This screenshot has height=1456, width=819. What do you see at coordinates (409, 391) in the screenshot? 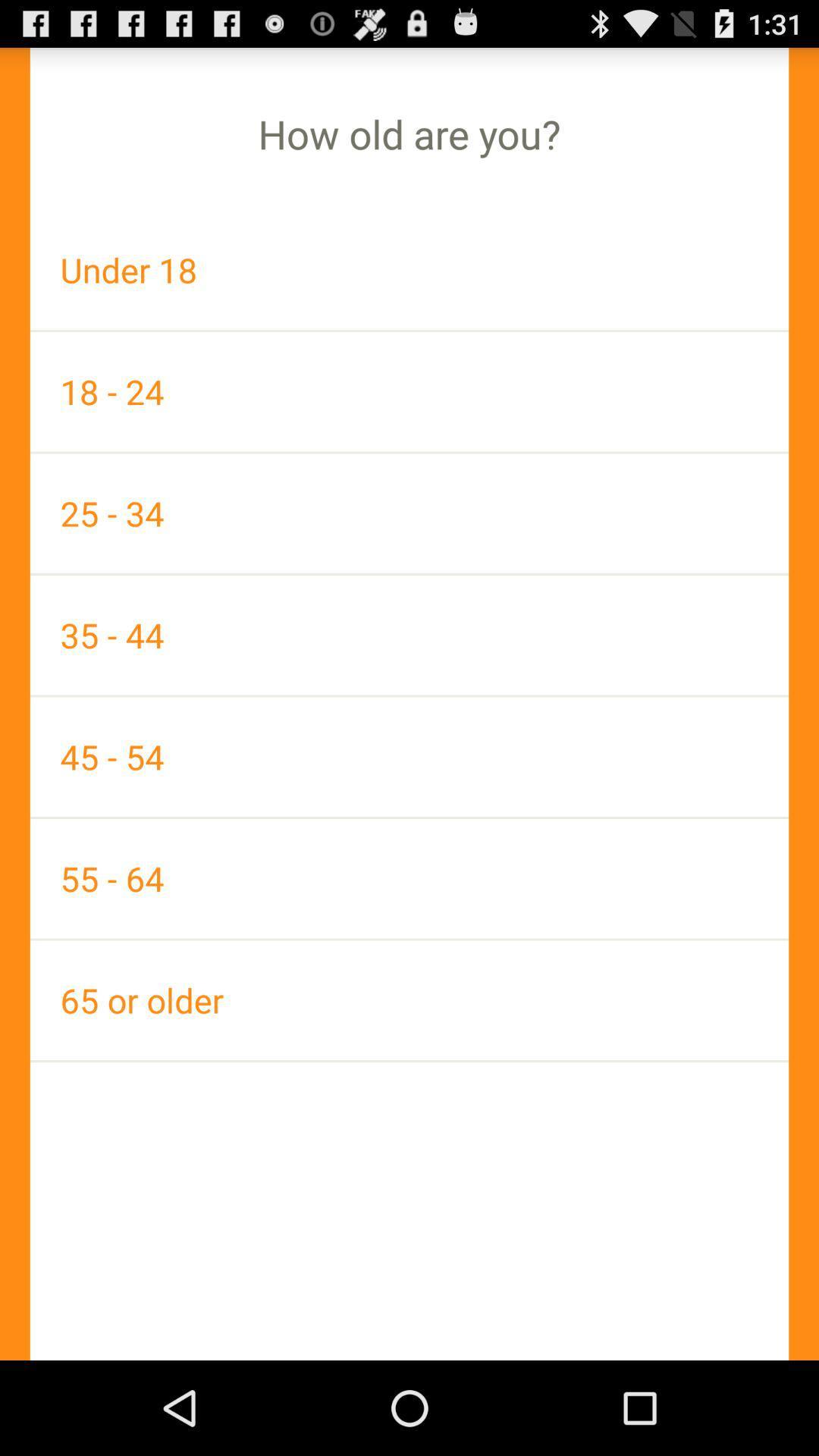
I see `the icon above the 25 - 34 item` at bounding box center [409, 391].